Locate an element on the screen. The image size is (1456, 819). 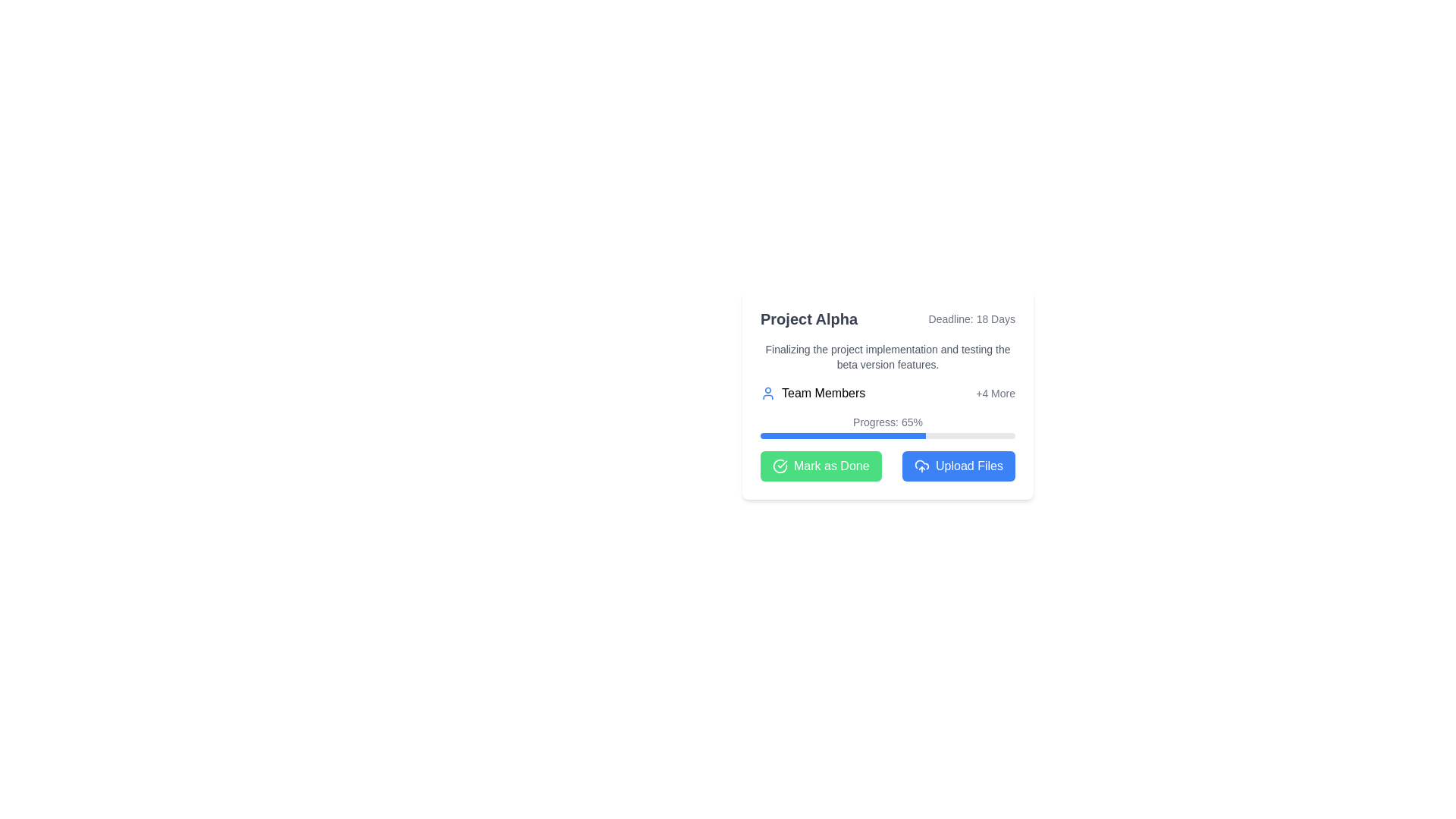
the upload files icon is located at coordinates (921, 465).